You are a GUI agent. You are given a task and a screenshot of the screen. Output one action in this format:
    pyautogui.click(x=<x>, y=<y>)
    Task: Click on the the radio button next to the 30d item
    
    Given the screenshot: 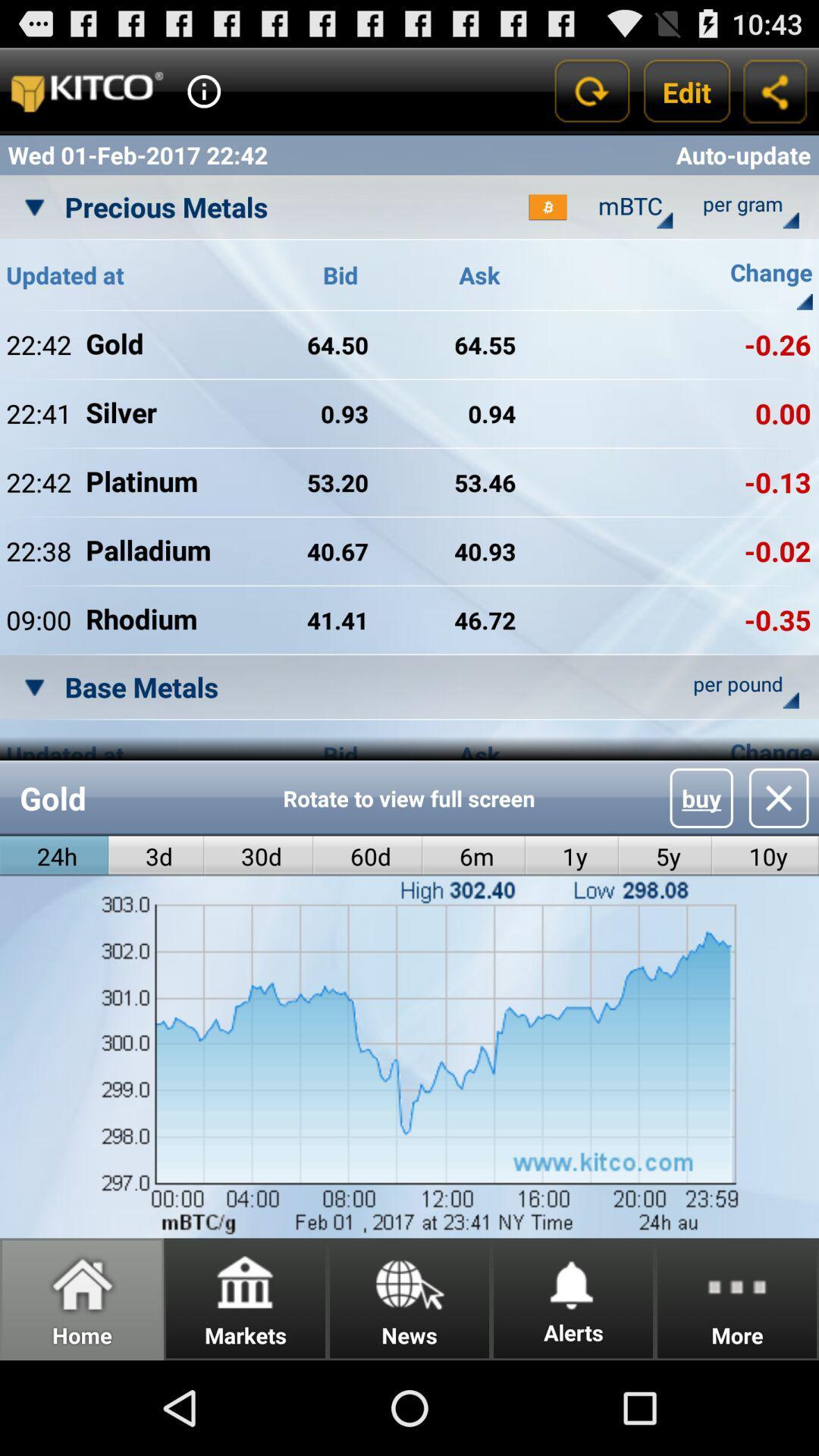 What is the action you would take?
    pyautogui.click(x=156, y=856)
    